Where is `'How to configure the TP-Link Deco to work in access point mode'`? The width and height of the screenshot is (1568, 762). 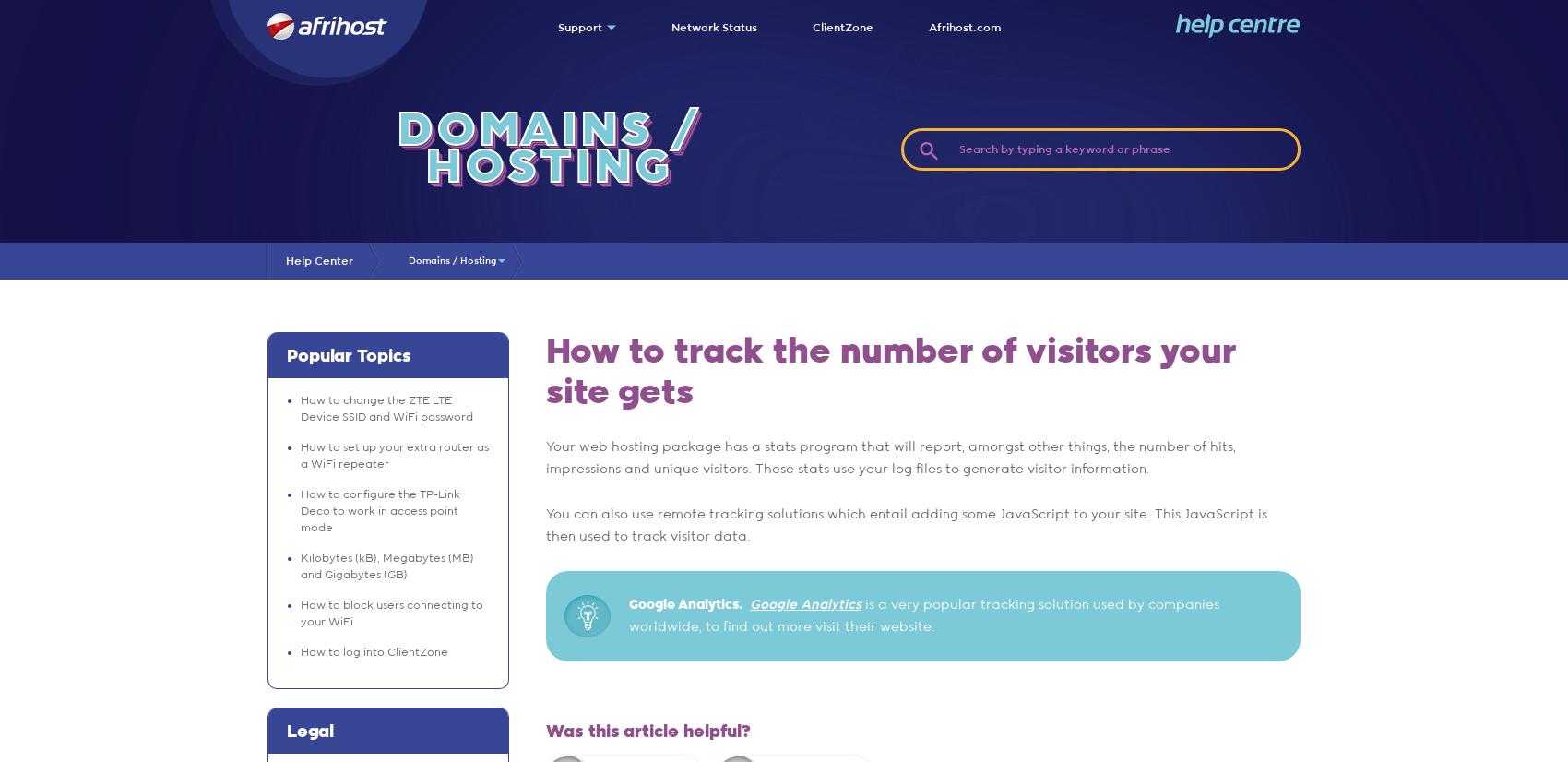
'How to configure the TP-Link Deco to work in access point mode' is located at coordinates (379, 510).